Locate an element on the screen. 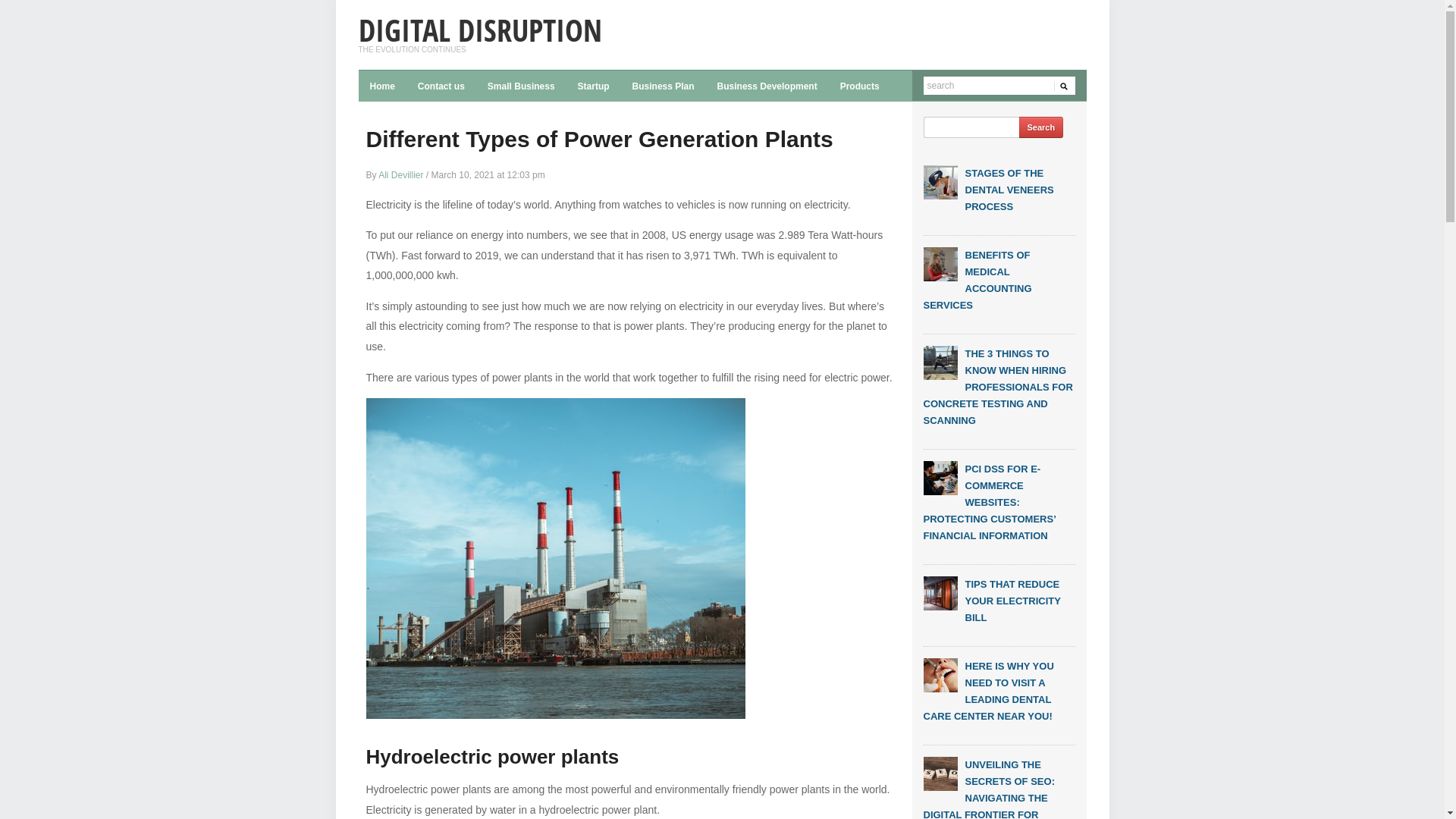 The image size is (1456, 819). 'Tips That Reduce Your Electricity Bill' is located at coordinates (940, 592).